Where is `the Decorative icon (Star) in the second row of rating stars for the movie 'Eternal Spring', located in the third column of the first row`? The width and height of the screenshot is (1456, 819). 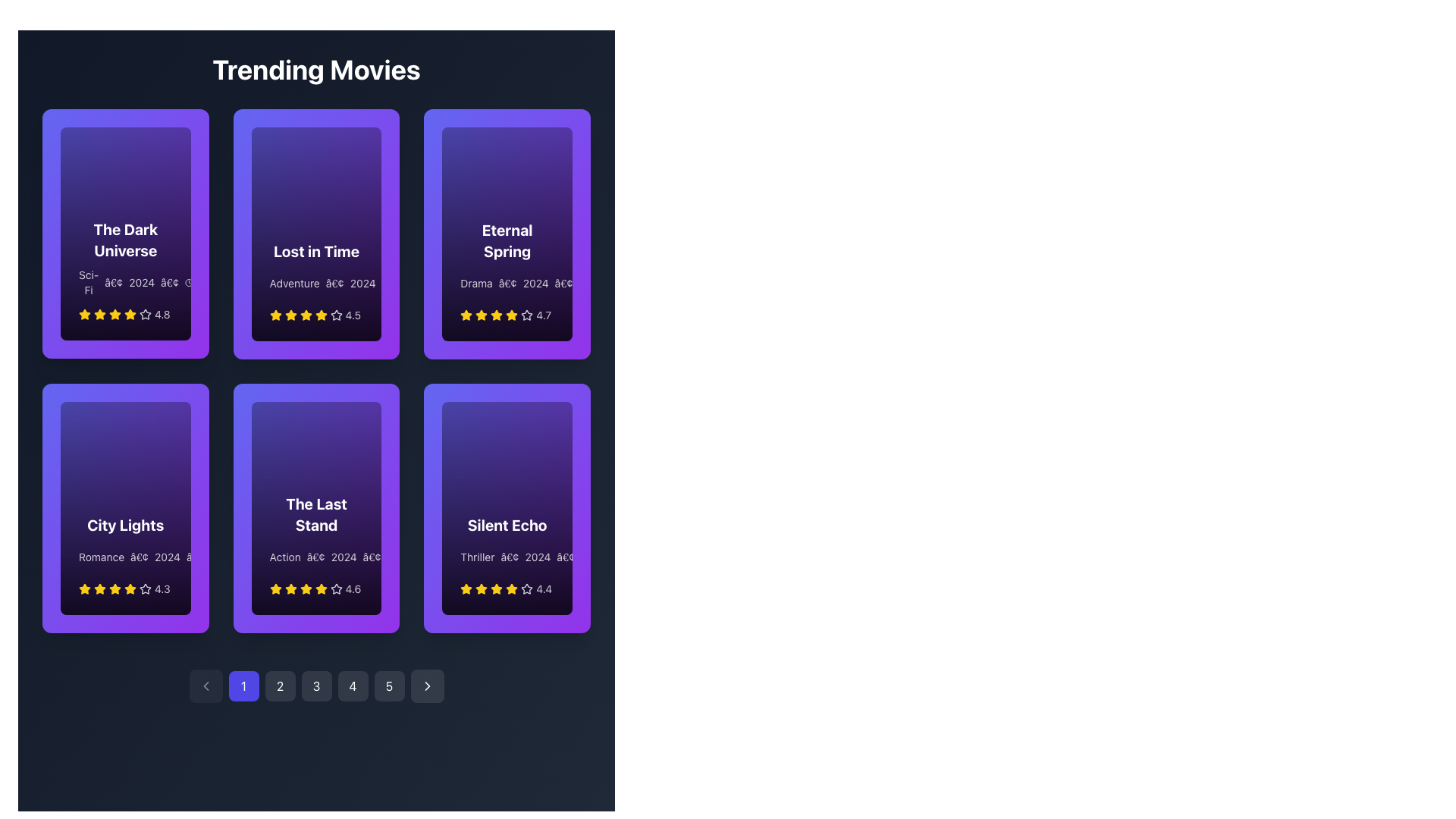 the Decorative icon (Star) in the second row of rating stars for the movie 'Eternal Spring', located in the third column of the first row is located at coordinates (497, 314).